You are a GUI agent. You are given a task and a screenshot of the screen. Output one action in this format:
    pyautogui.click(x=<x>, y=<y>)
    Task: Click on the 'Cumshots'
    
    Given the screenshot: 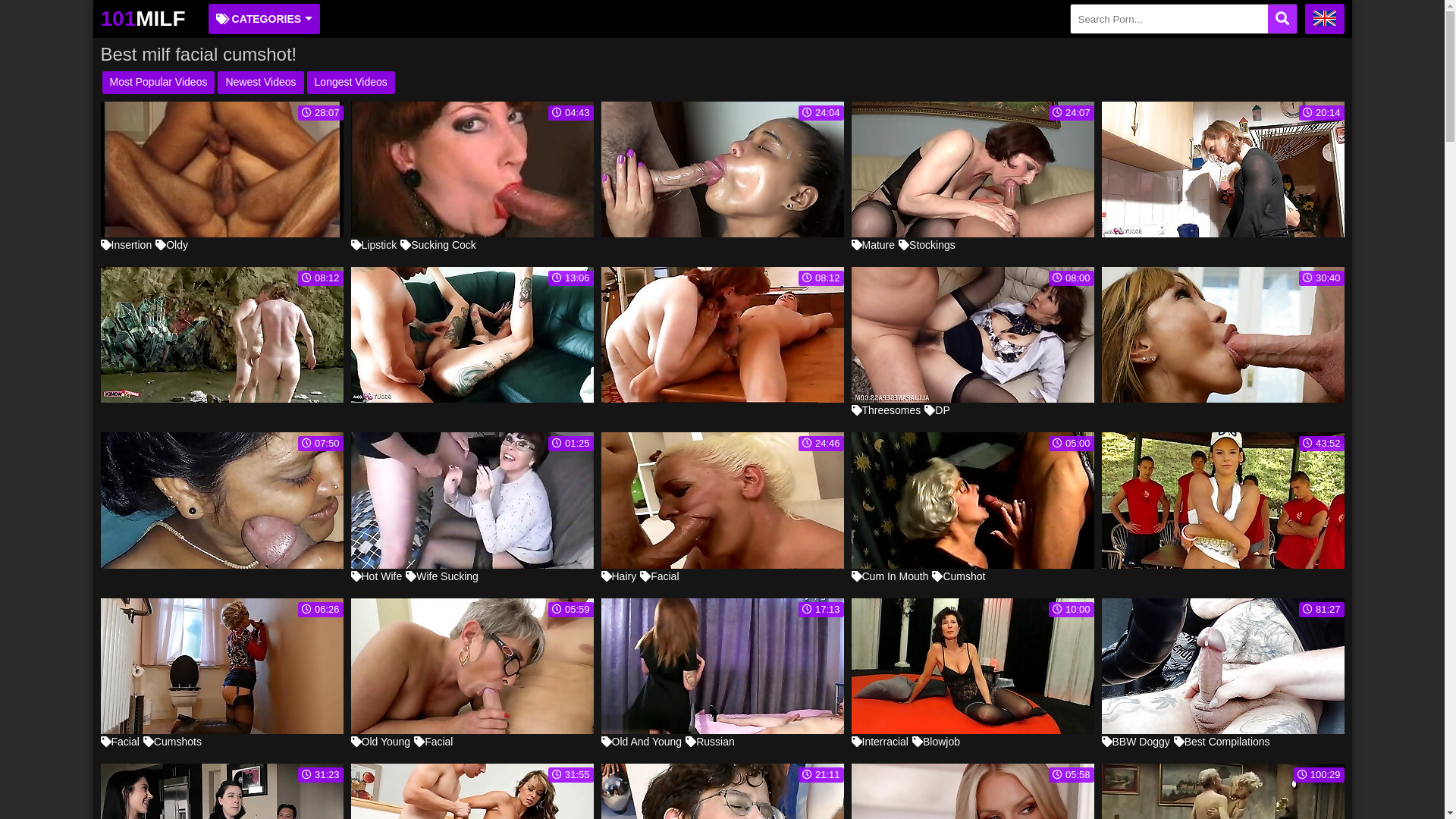 What is the action you would take?
    pyautogui.click(x=172, y=741)
    